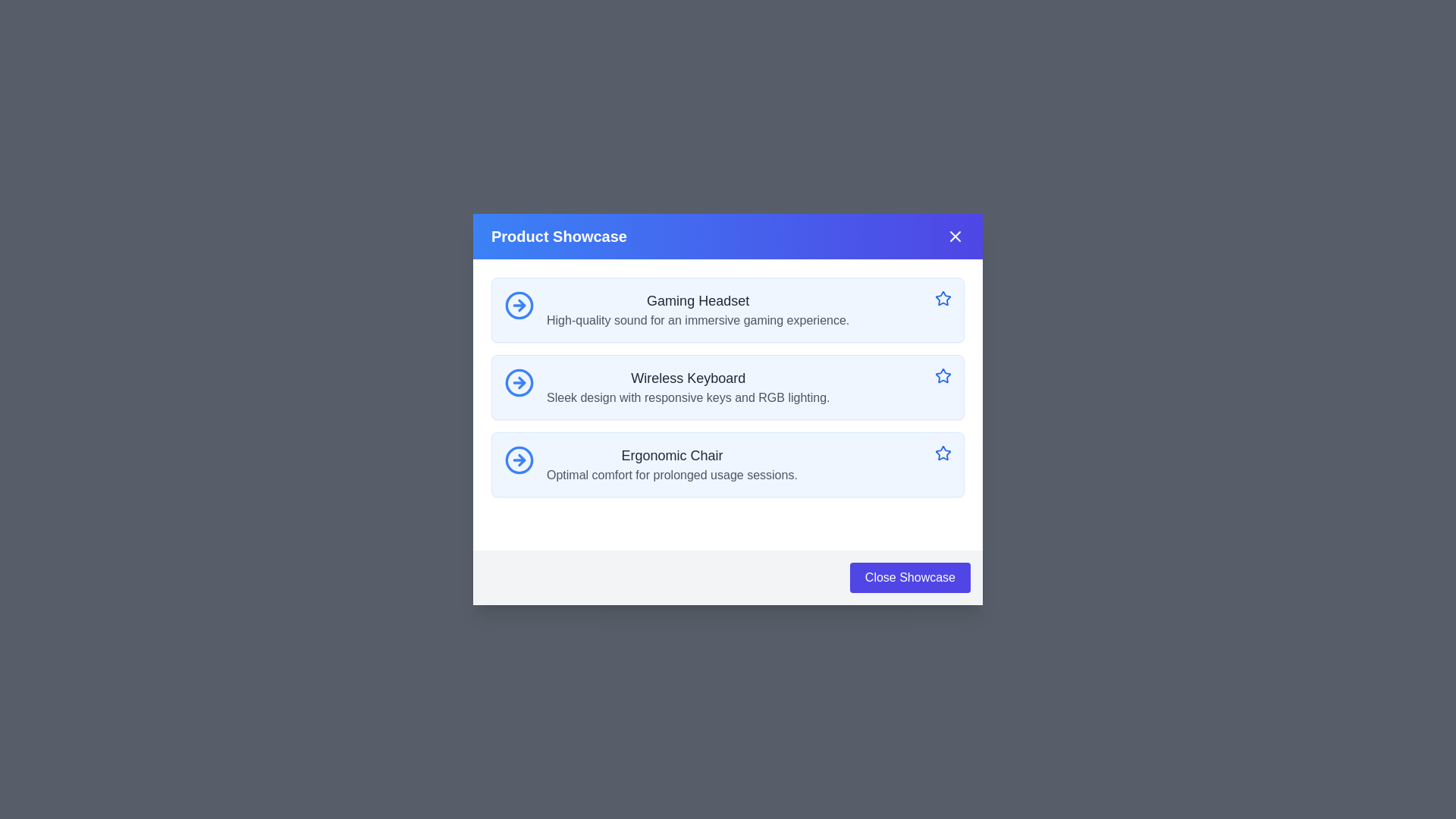  Describe the element at coordinates (942, 375) in the screenshot. I see `the icon button located at the rightmost position of the 'Wireless Keyboard' row` at that location.